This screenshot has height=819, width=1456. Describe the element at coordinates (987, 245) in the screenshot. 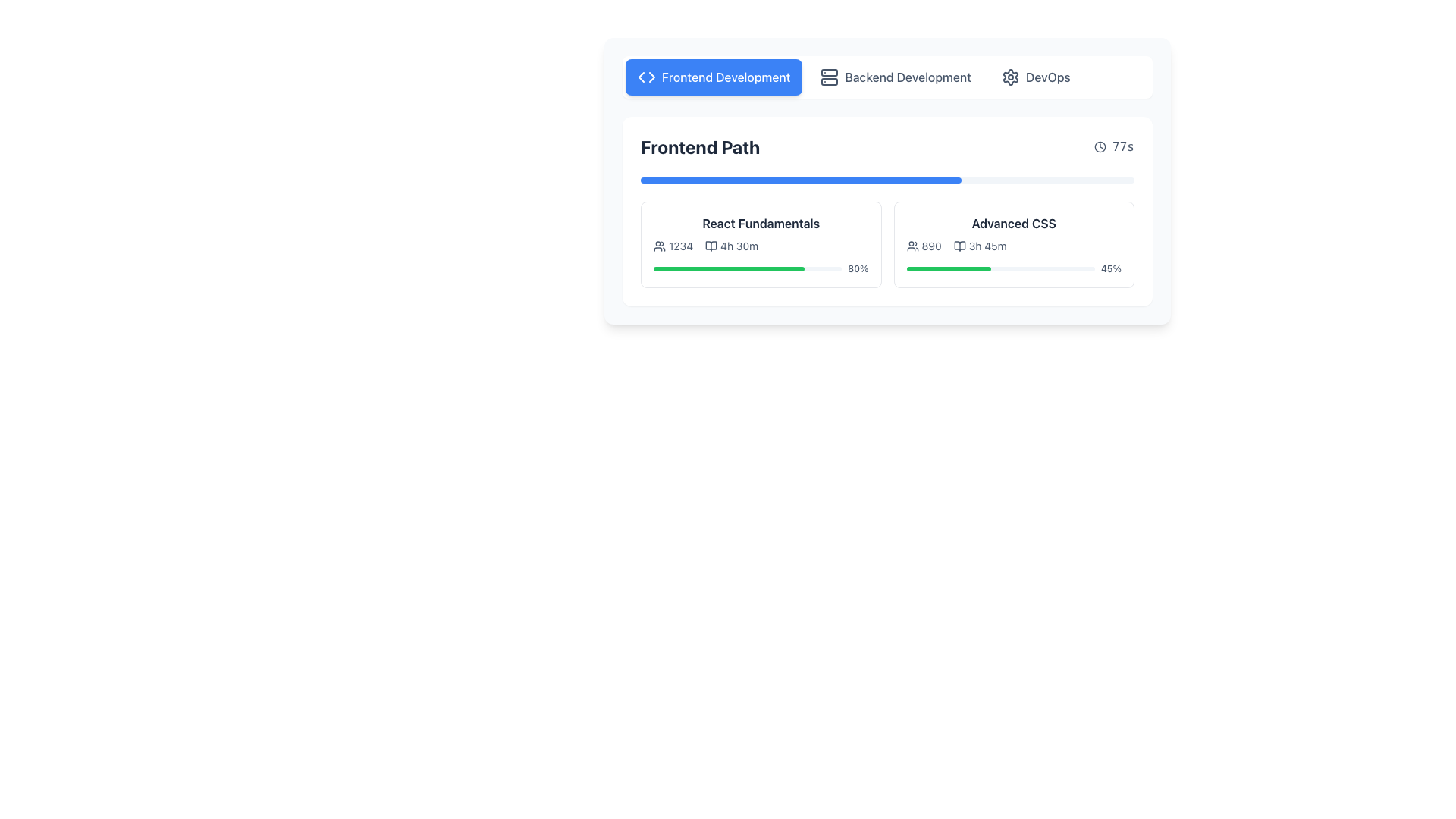

I see `the text label that displays the total duration time for the 'Advanced CSS' course, located to the right of an open book icon` at that location.